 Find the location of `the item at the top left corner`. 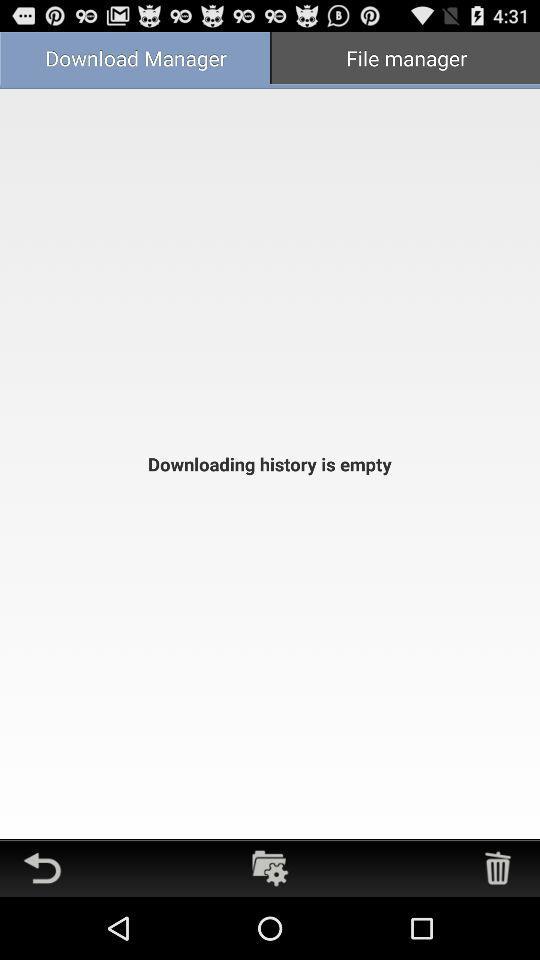

the item at the top left corner is located at coordinates (135, 59).